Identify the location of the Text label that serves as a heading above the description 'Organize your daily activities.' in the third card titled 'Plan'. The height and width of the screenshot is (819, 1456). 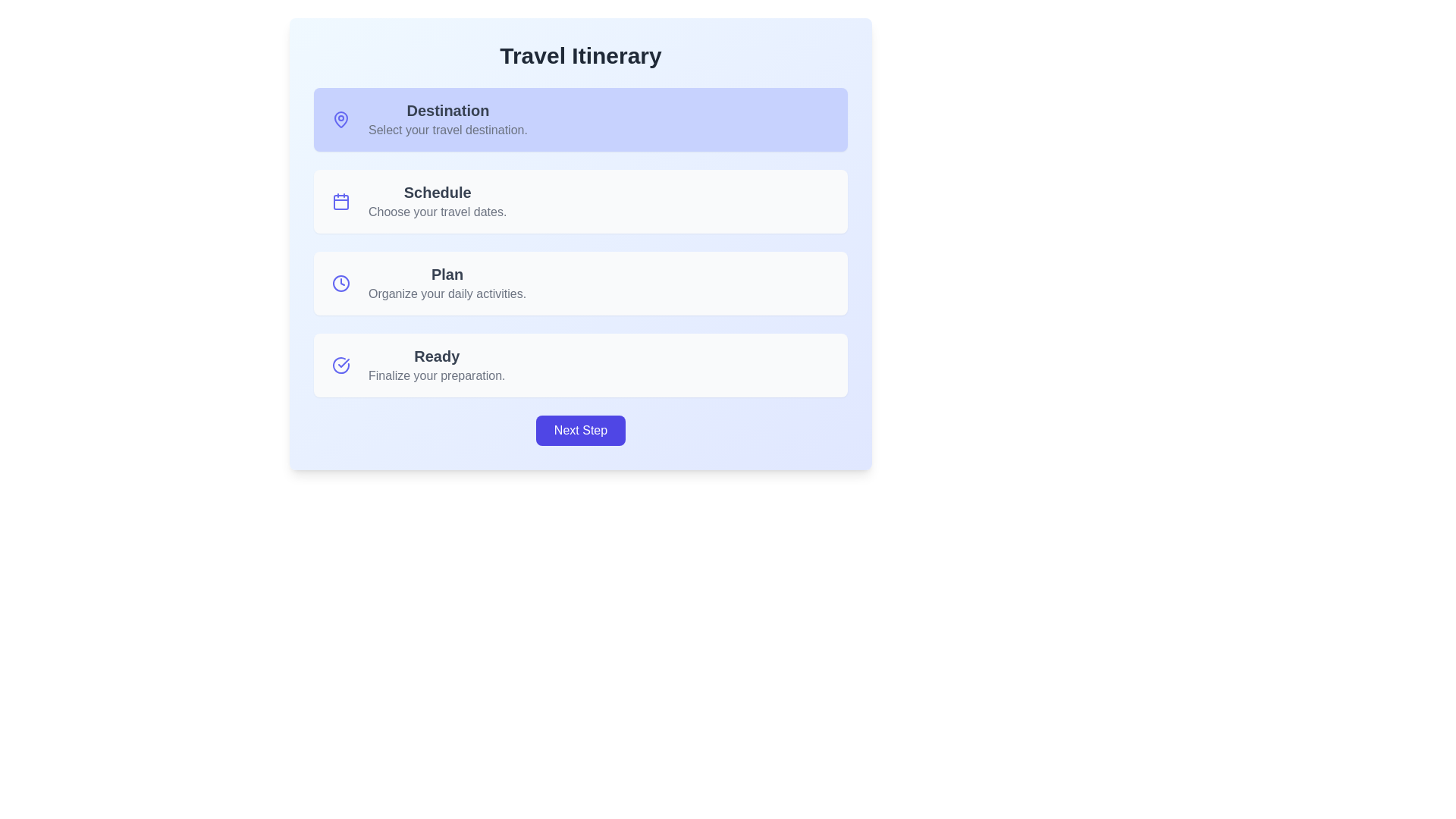
(447, 275).